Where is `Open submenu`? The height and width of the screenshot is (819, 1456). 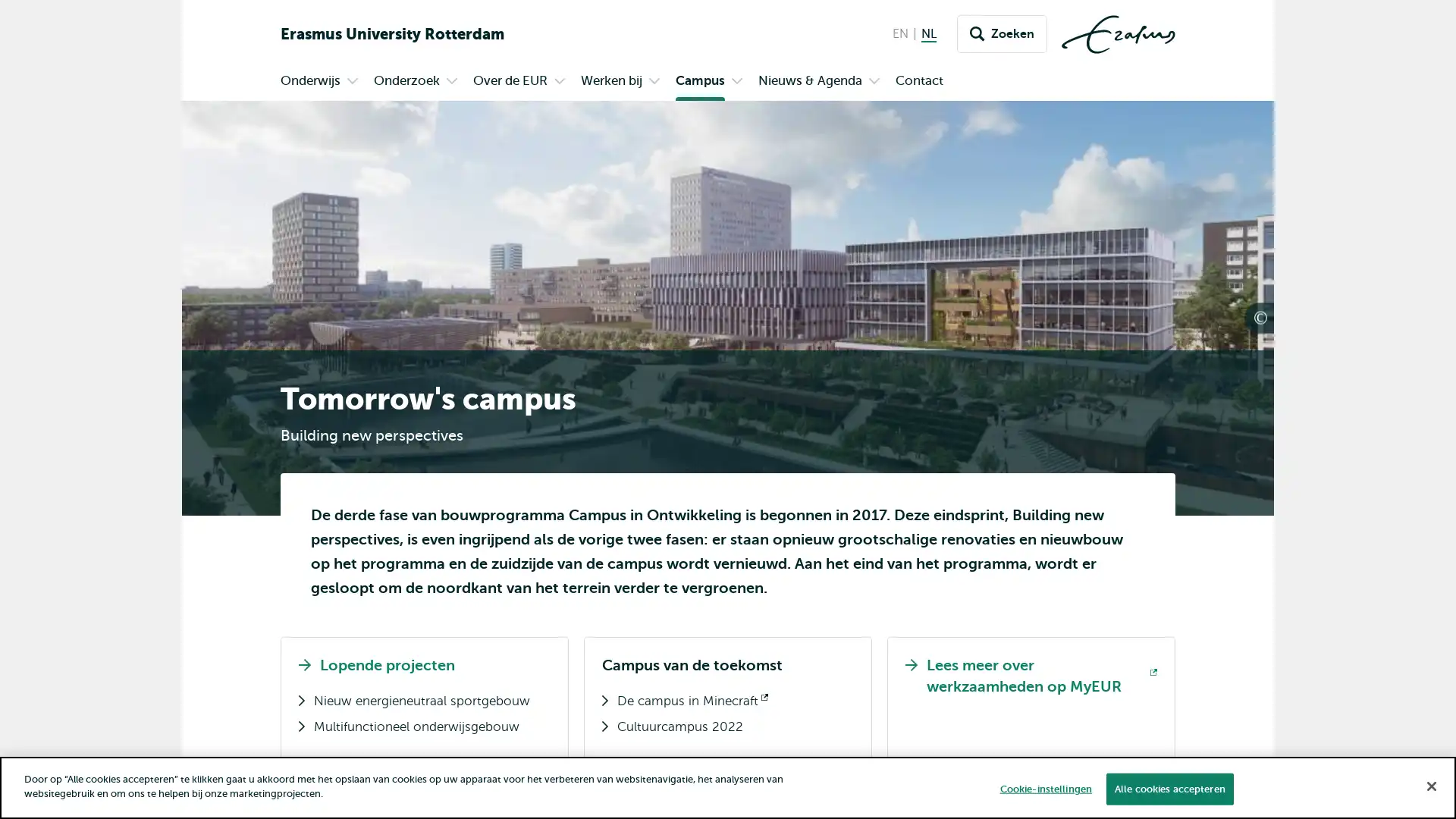 Open submenu is located at coordinates (874, 82).